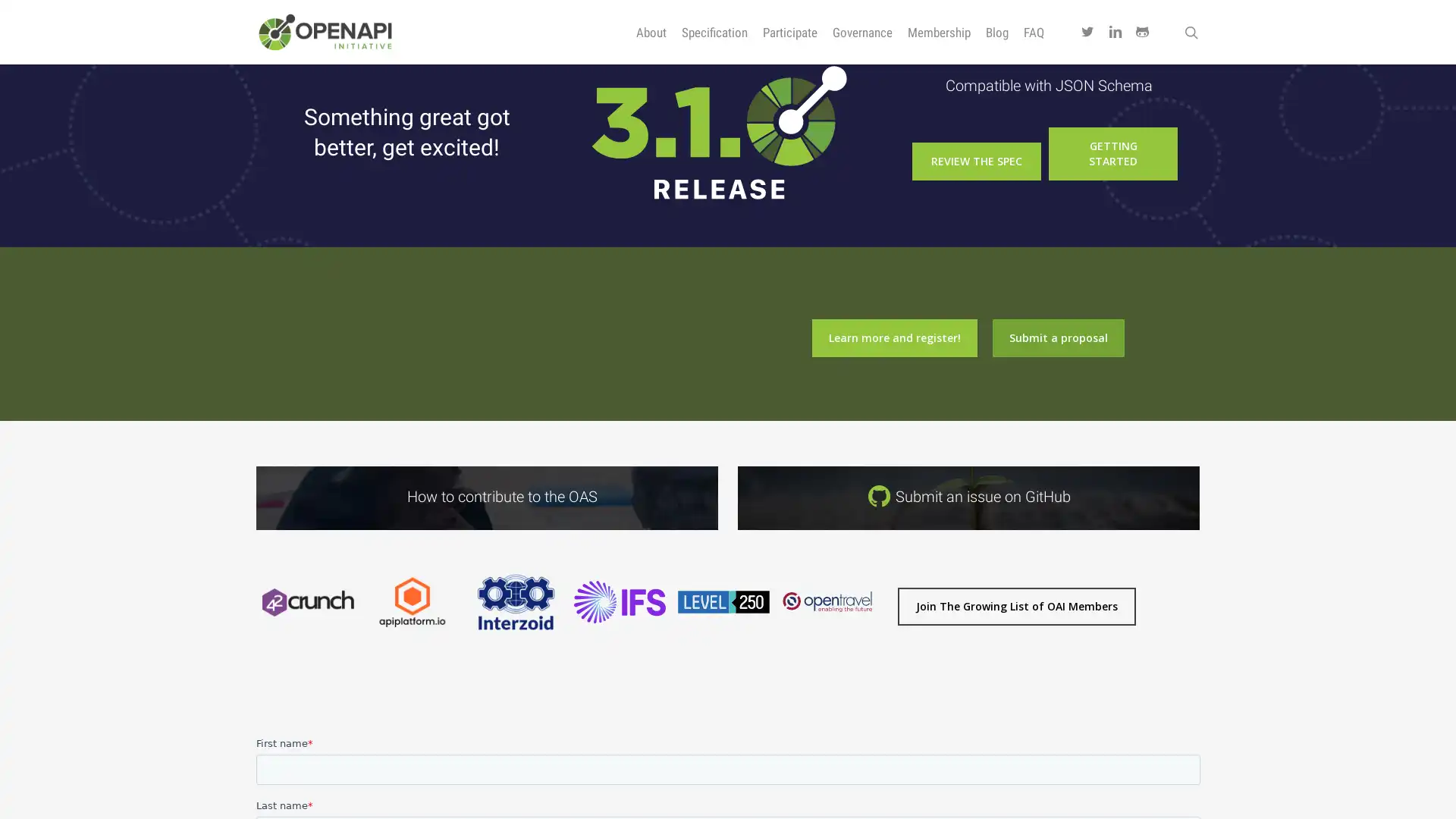  What do you see at coordinates (247, 651) in the screenshot?
I see `Previous` at bounding box center [247, 651].